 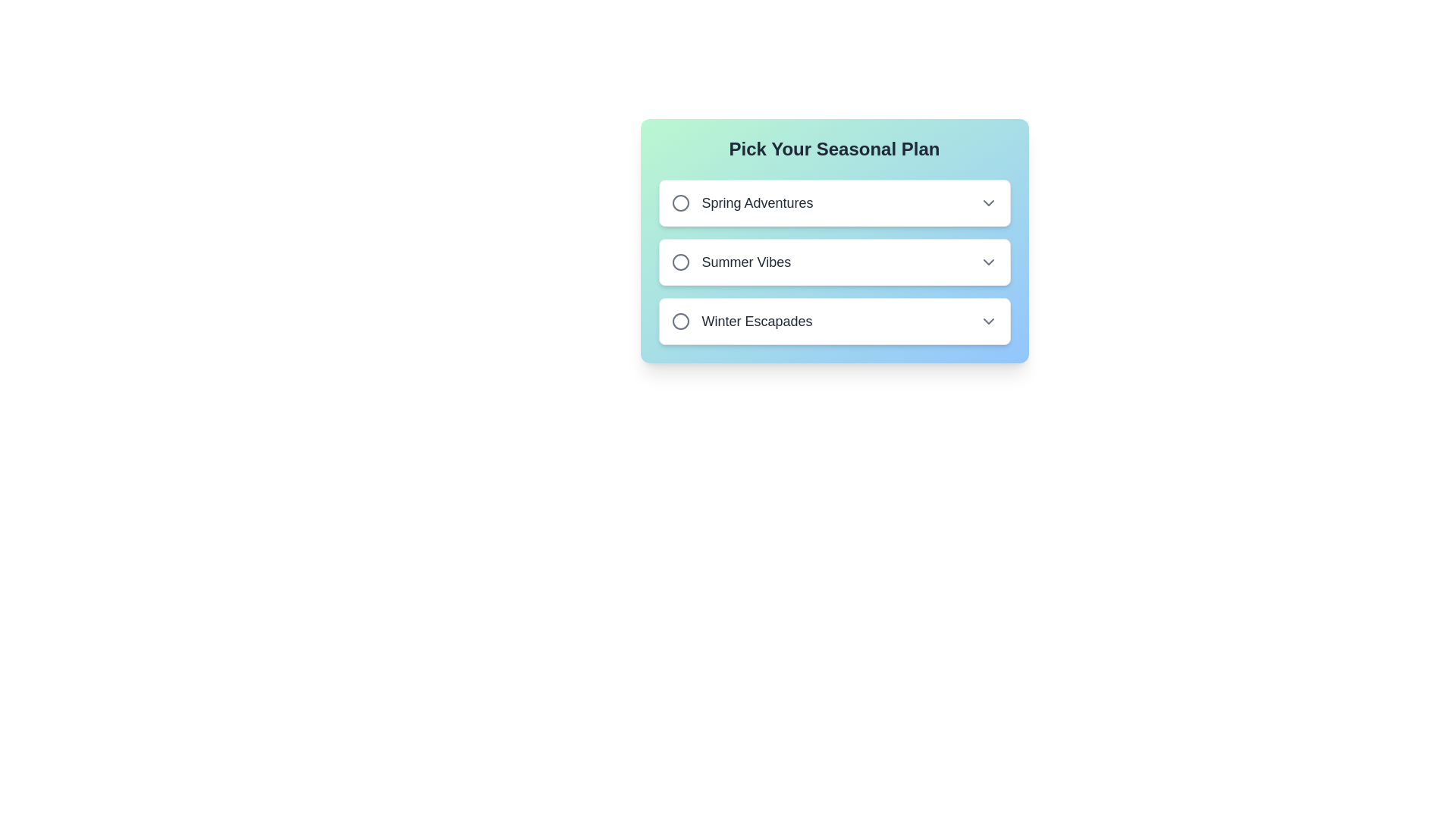 I want to click on the Circle UI element, which is likely a radio button, positioned to the left of the 'Summer Vibes' text, so click(x=679, y=262).